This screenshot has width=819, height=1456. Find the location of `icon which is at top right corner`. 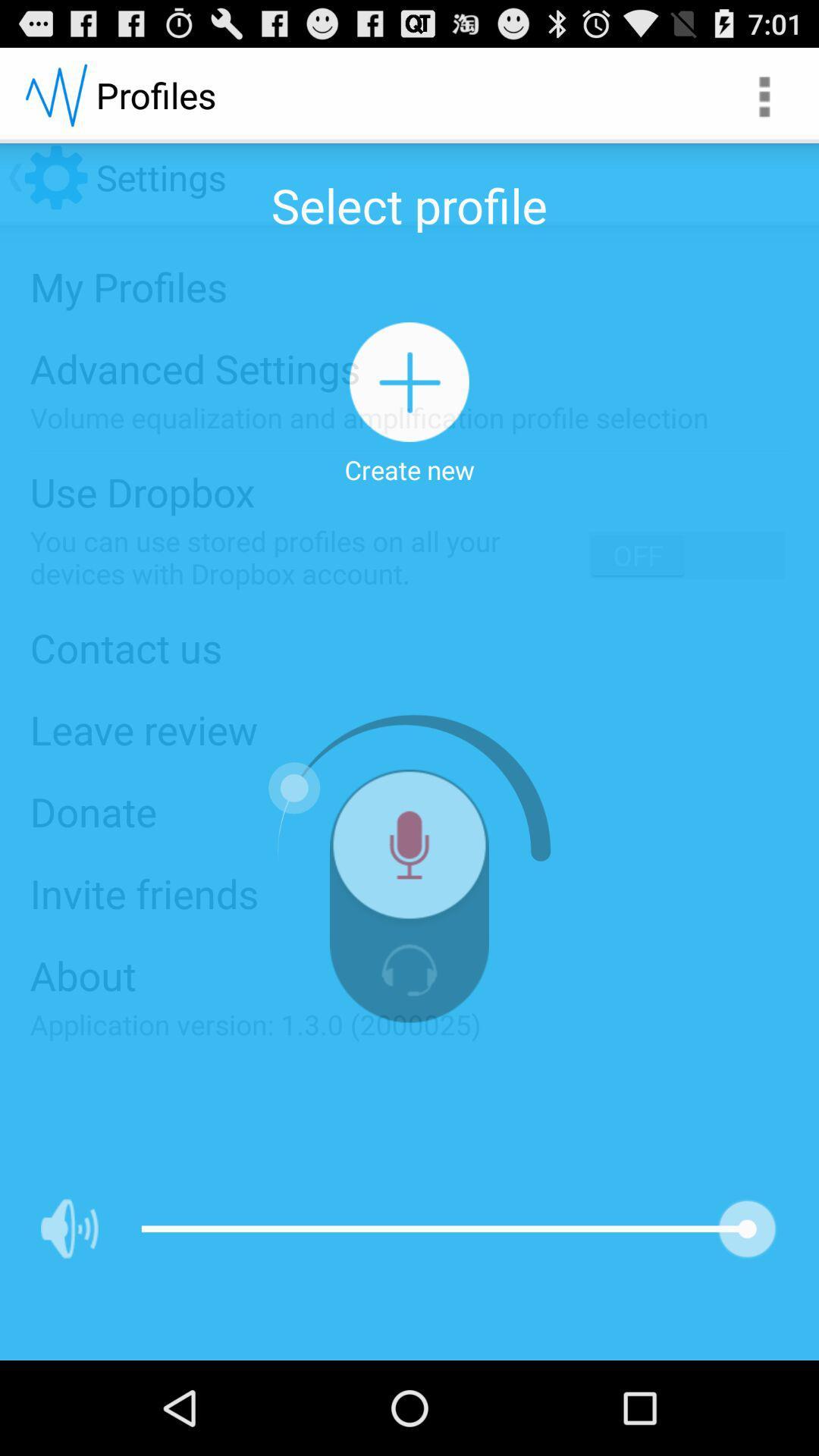

icon which is at top right corner is located at coordinates (763, 94).